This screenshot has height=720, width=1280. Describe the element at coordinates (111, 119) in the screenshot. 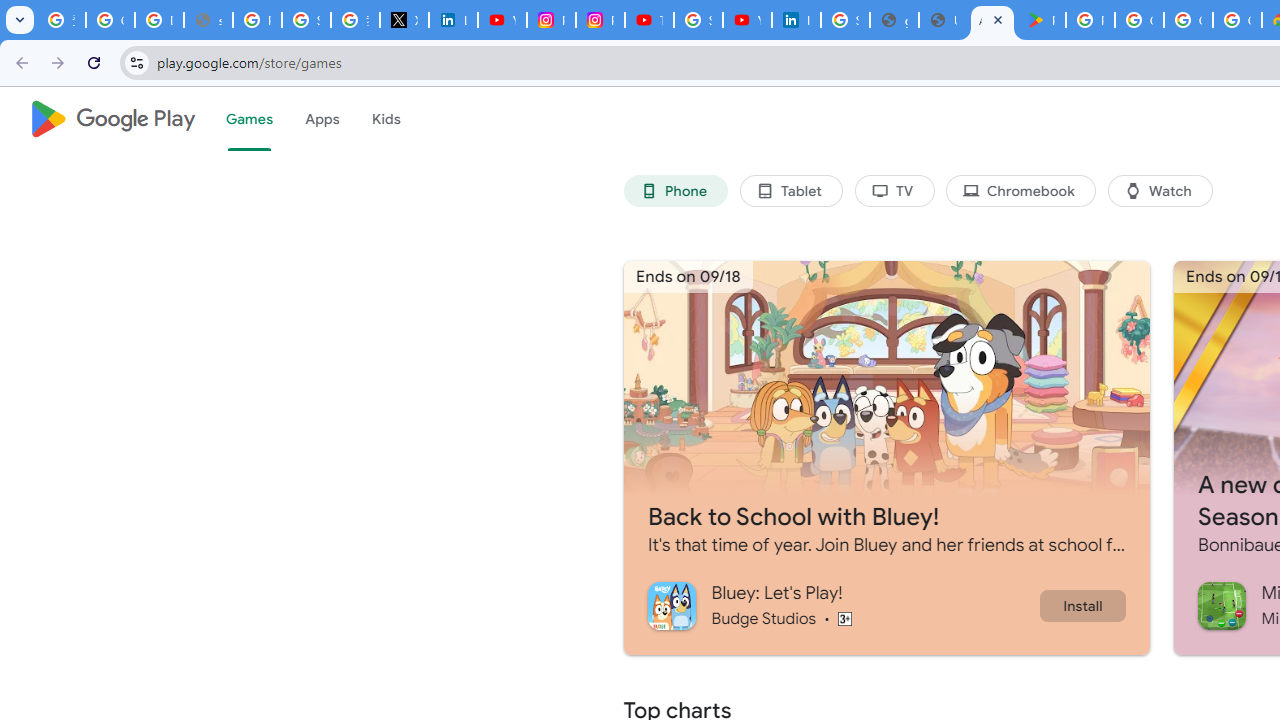

I see `'Google Play logo'` at that location.